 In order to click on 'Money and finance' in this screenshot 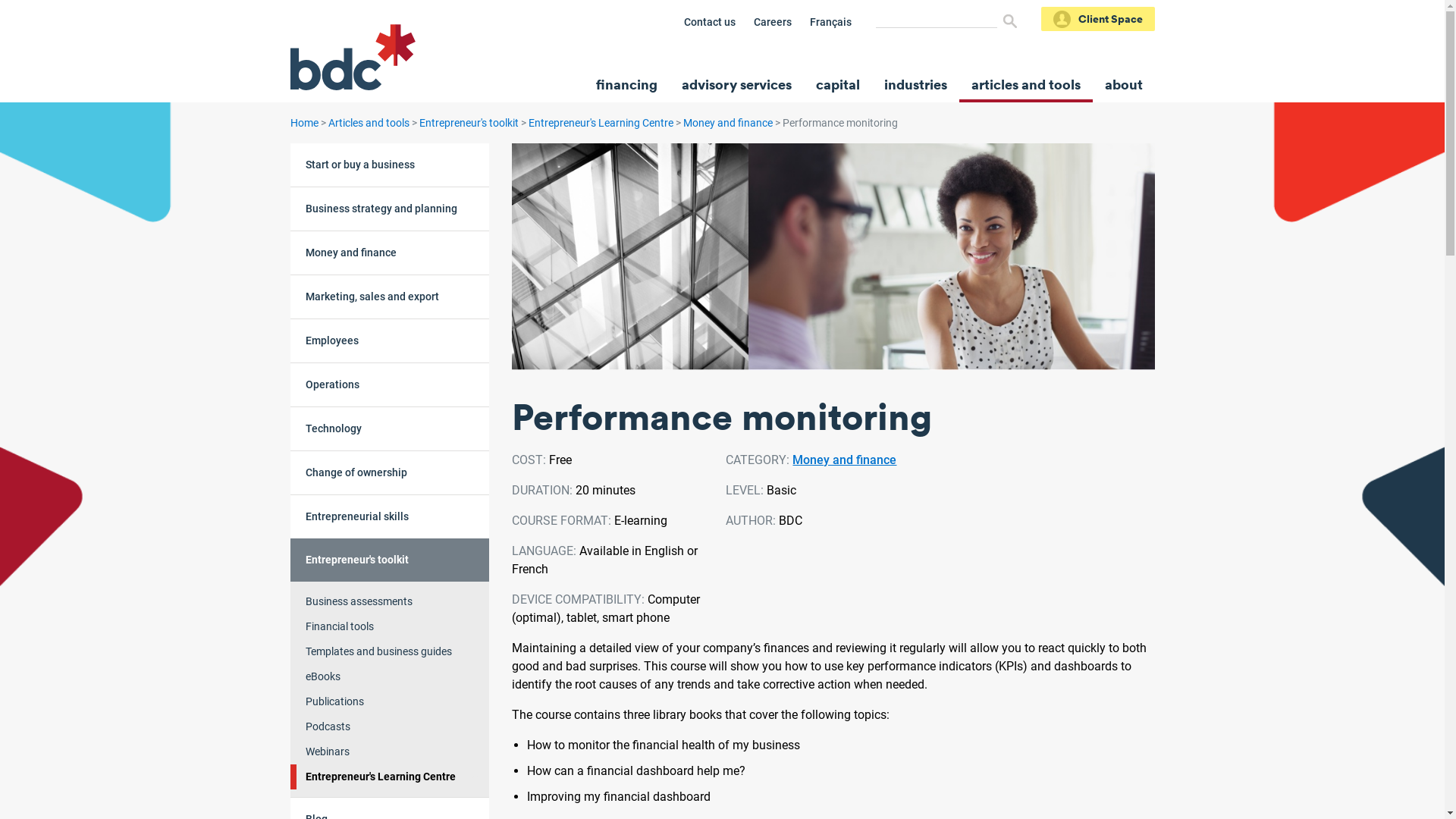, I will do `click(843, 459)`.